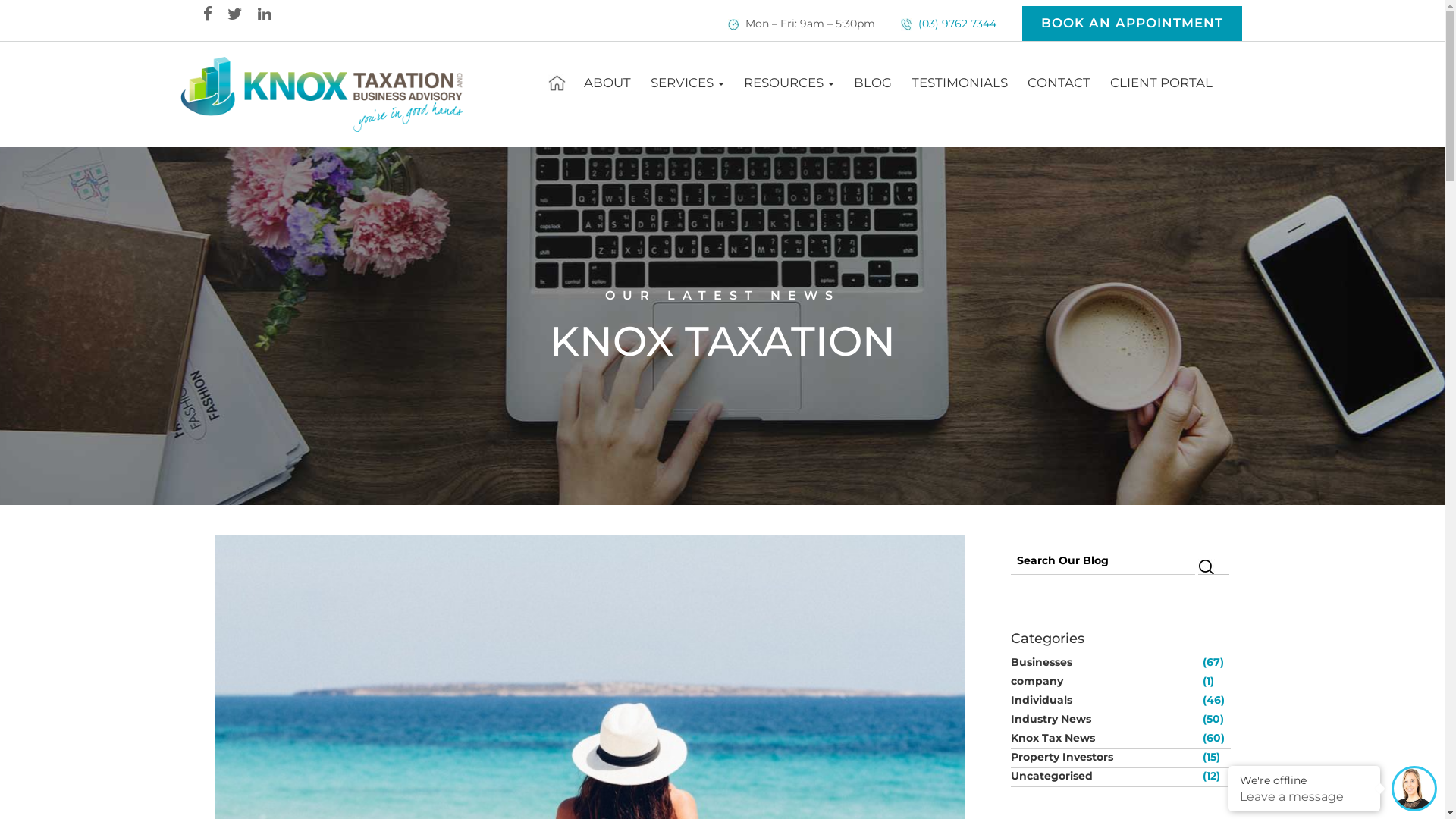 The image size is (1456, 819). What do you see at coordinates (1131, 23) in the screenshot?
I see `'BOOK AN APPOINTMENT'` at bounding box center [1131, 23].